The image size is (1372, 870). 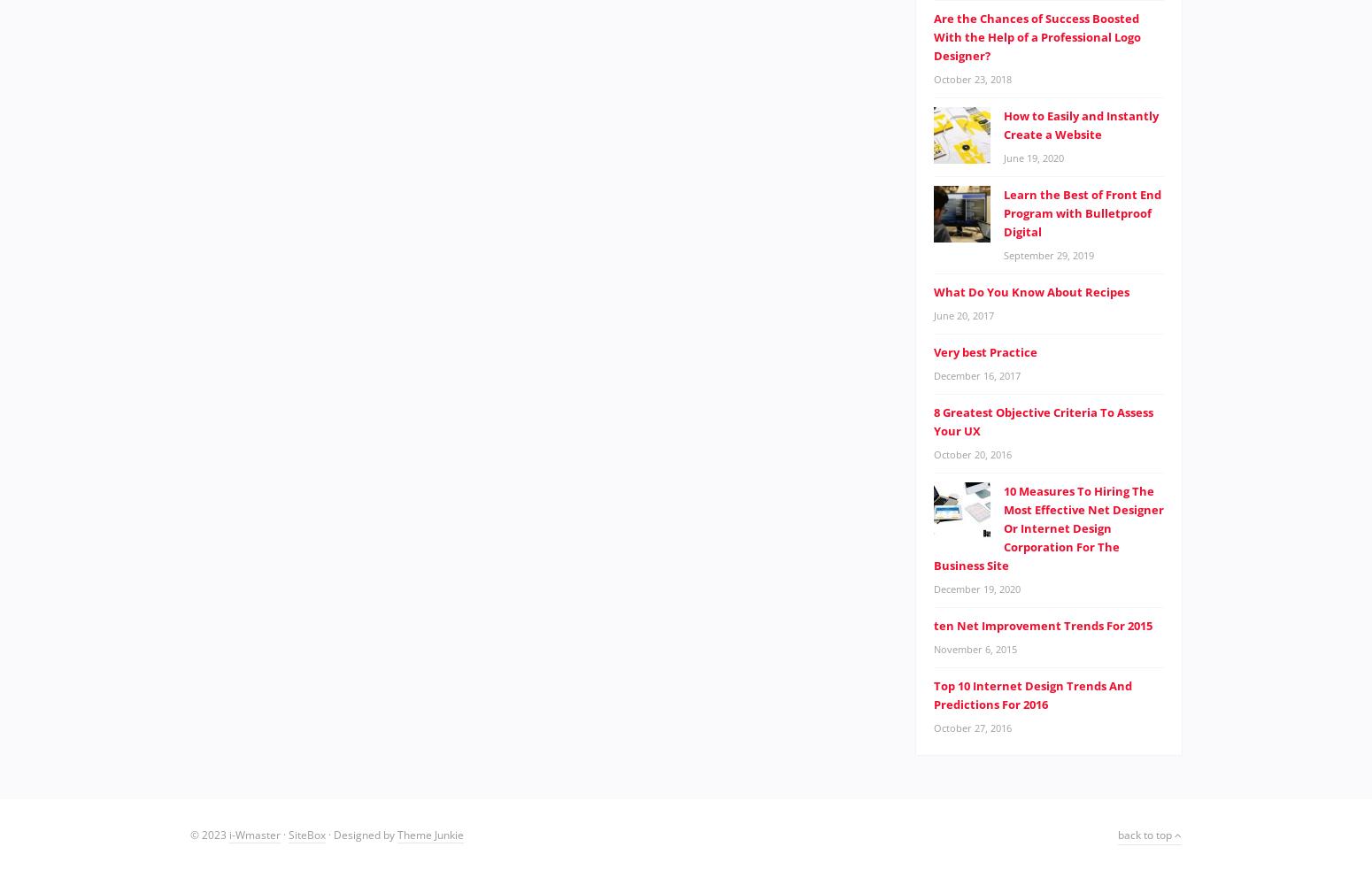 I want to click on 'October 20, 2016', so click(x=971, y=453).